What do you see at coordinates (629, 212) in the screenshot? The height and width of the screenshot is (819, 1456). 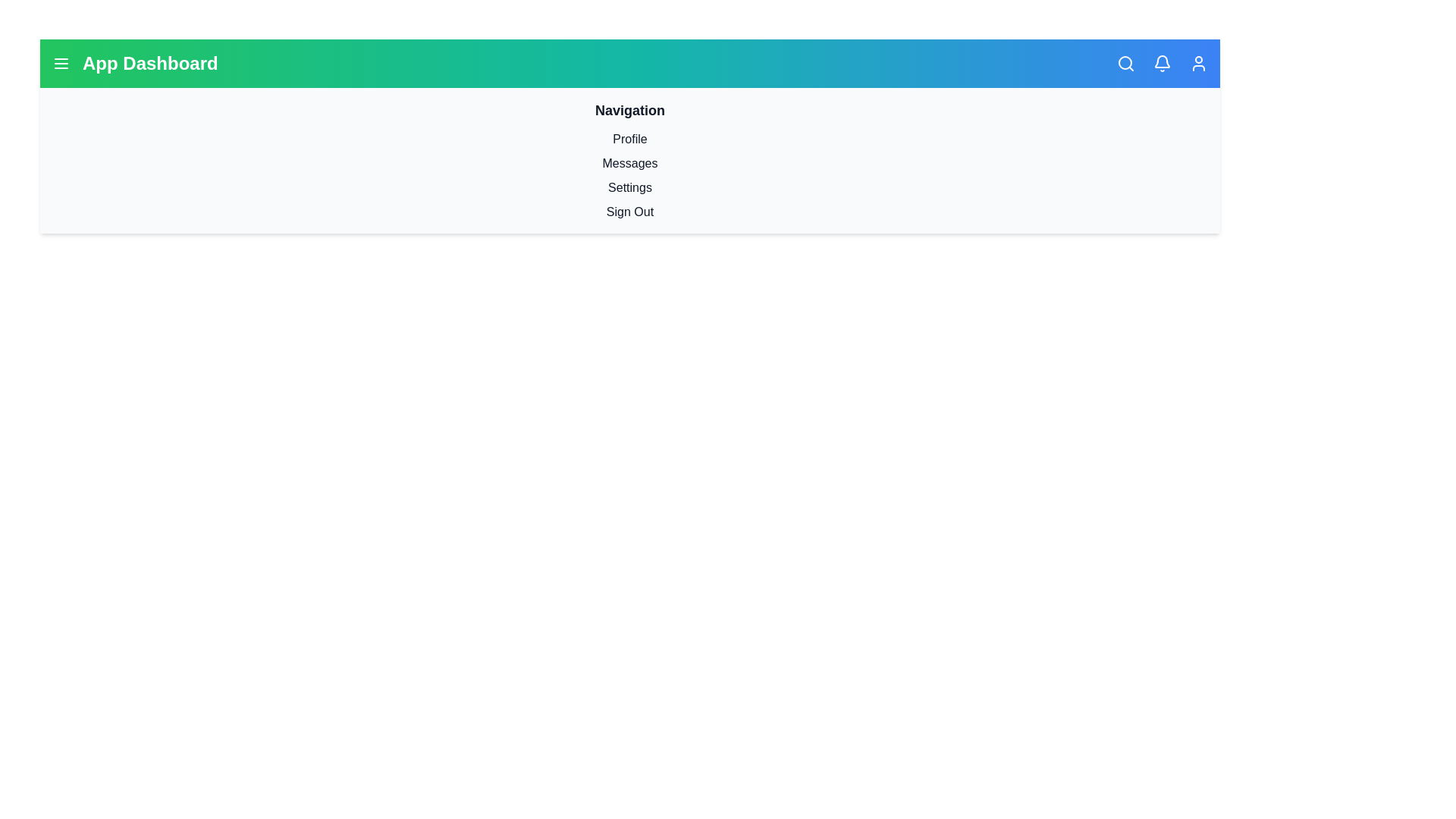 I see `the menu item labeled Sign Out to navigate to the respective section` at bounding box center [629, 212].